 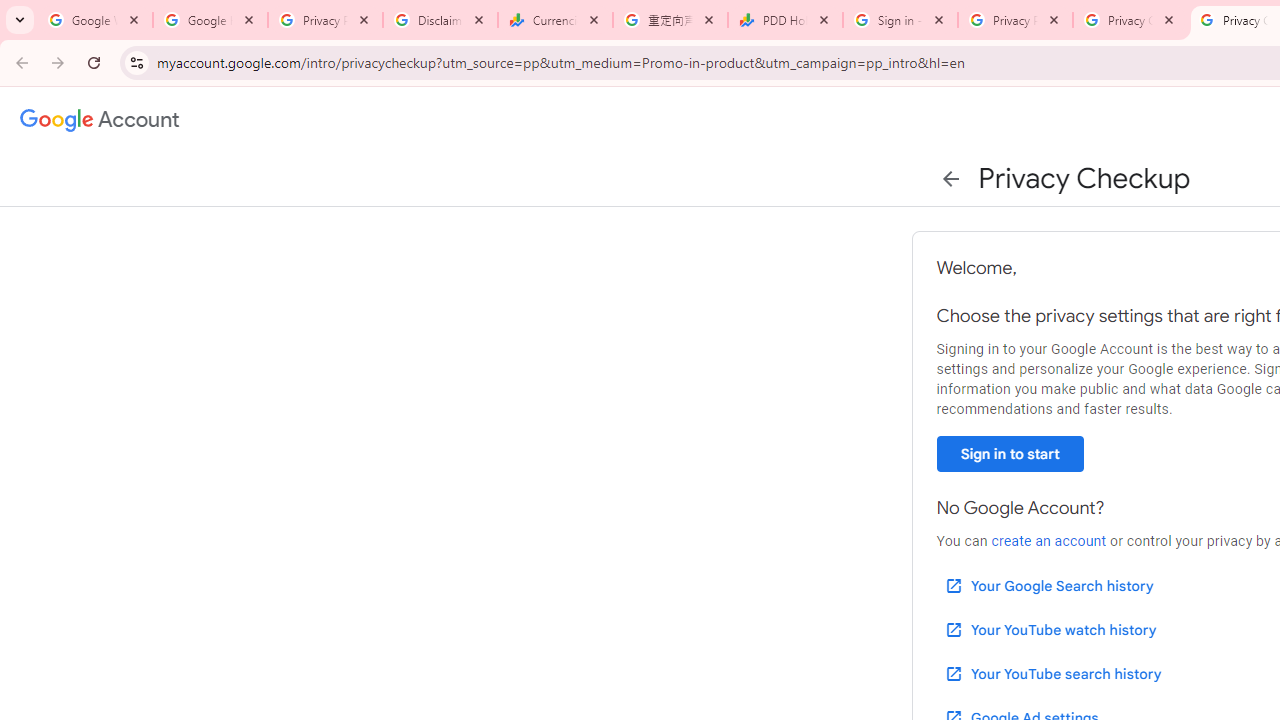 What do you see at coordinates (1130, 20) in the screenshot?
I see `'Privacy Checkup'` at bounding box center [1130, 20].